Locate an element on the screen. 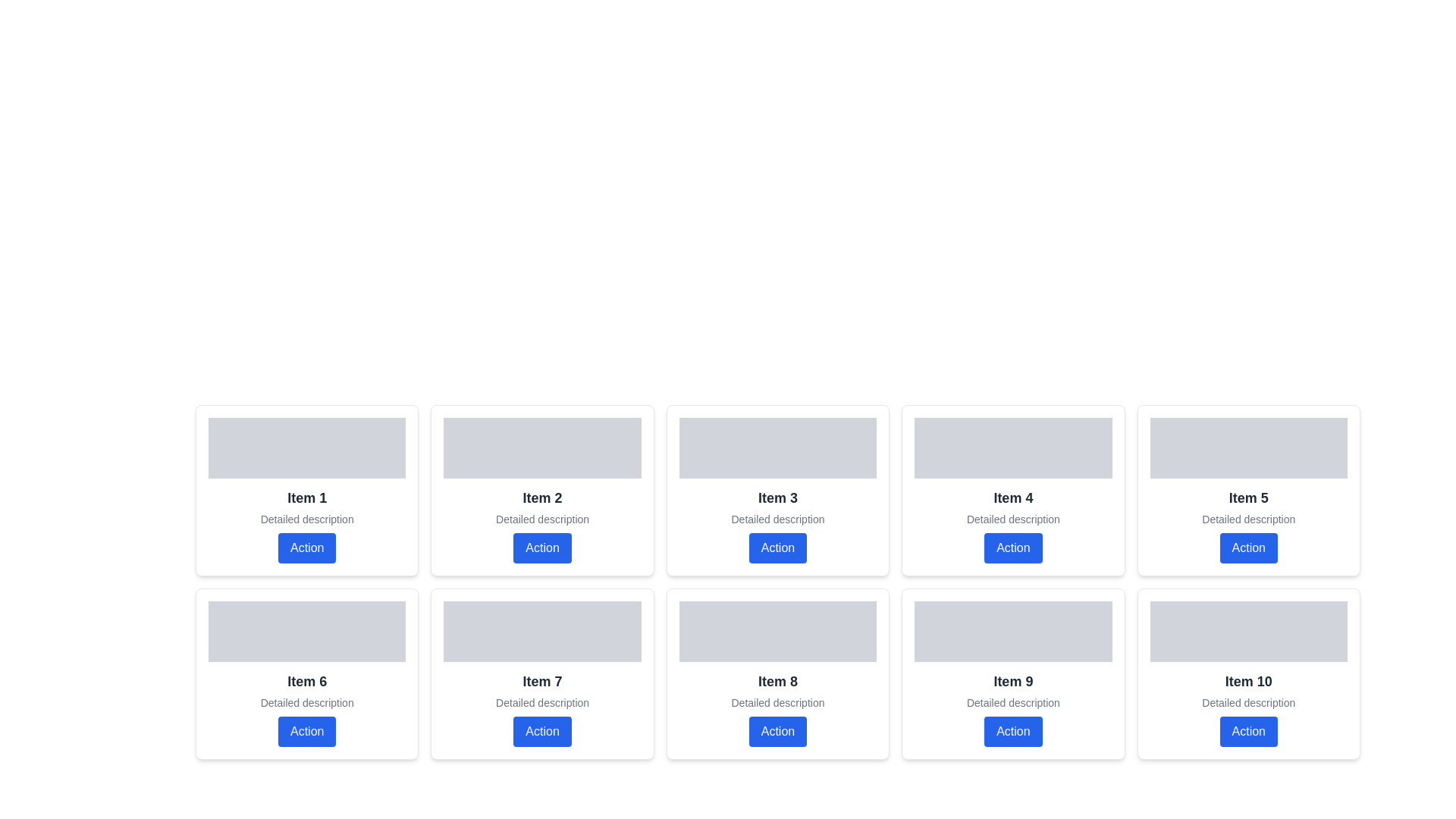 Image resolution: width=1456 pixels, height=819 pixels. the rectangular gray Placeholder or Display Area located at the top of the card labeled 'Item 10' is located at coordinates (1248, 632).